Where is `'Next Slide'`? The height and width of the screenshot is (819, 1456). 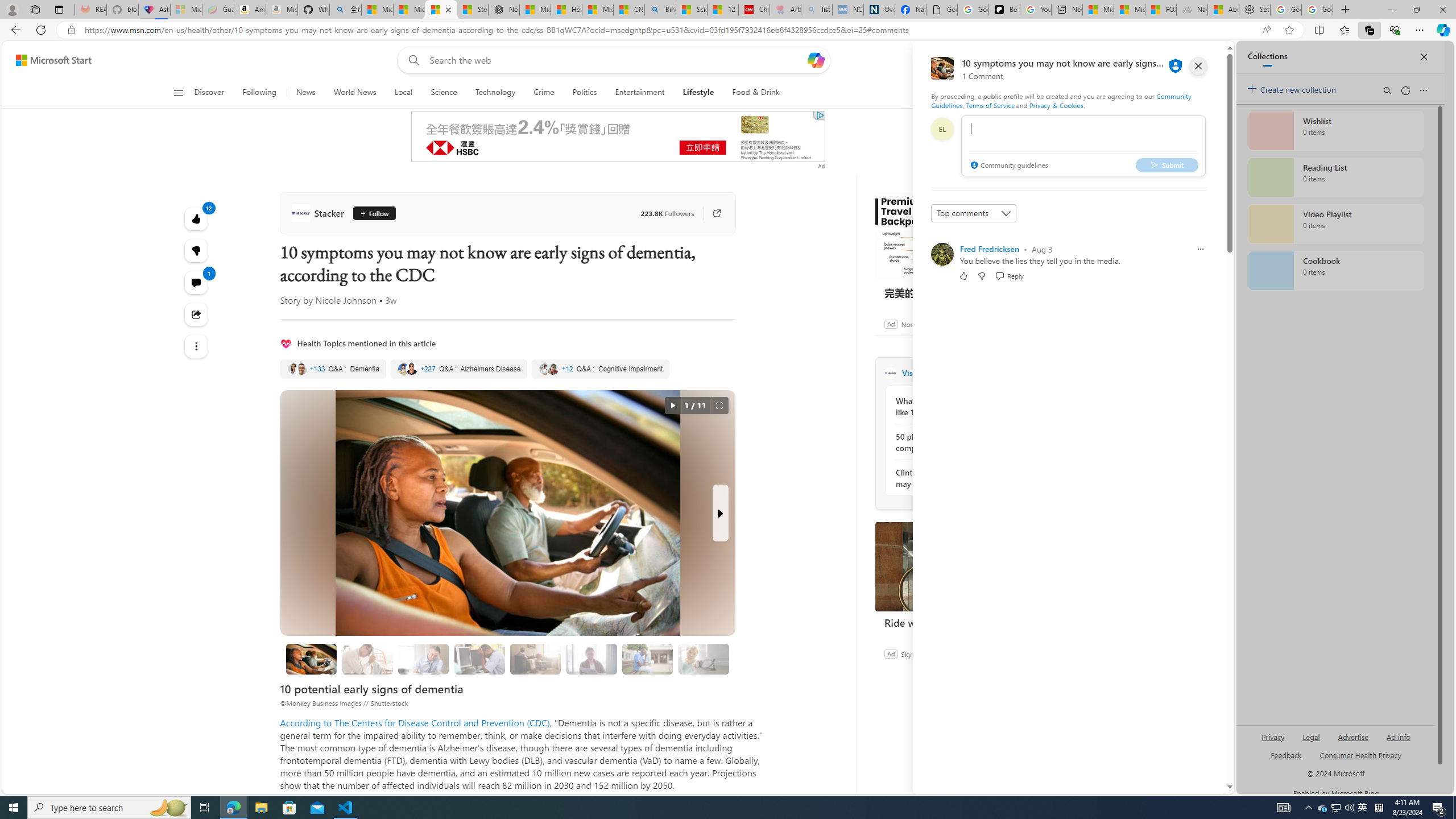
'Next Slide' is located at coordinates (719, 512).